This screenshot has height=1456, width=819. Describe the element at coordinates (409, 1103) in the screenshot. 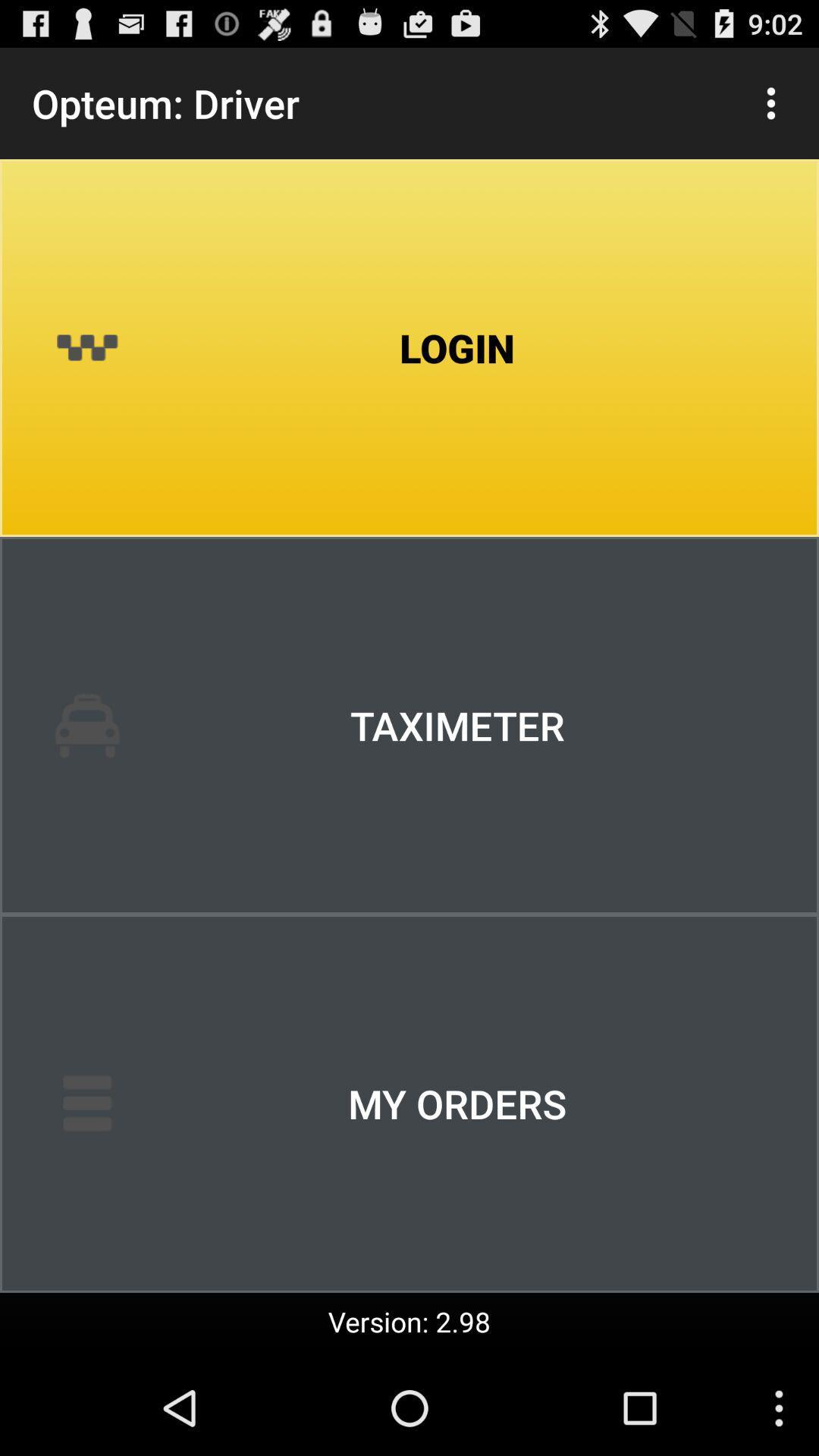

I see `icon below the taximeter item` at that location.